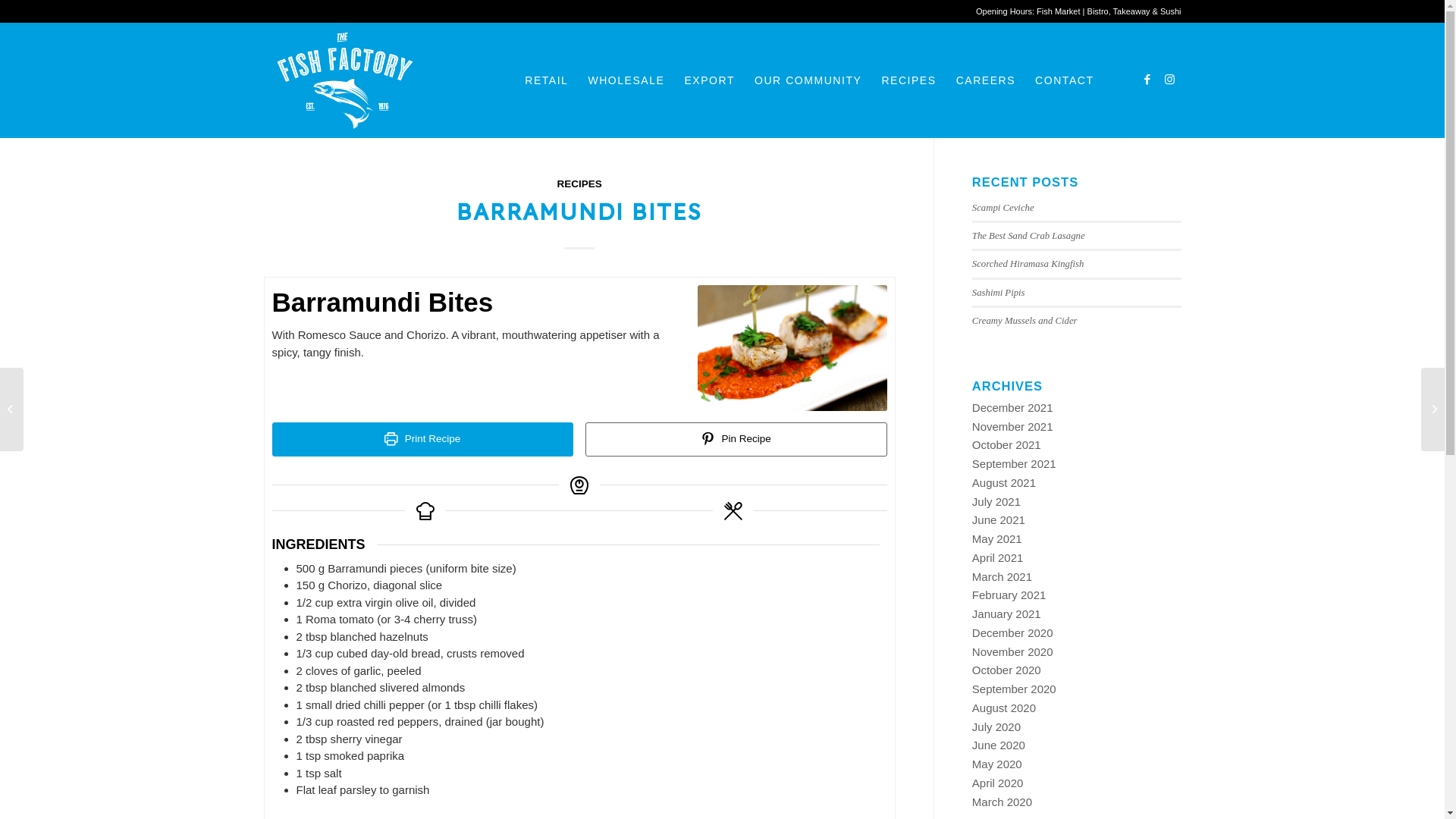 Image resolution: width=1456 pixels, height=819 pixels. Describe the element at coordinates (971, 801) in the screenshot. I see `'March 2020'` at that location.